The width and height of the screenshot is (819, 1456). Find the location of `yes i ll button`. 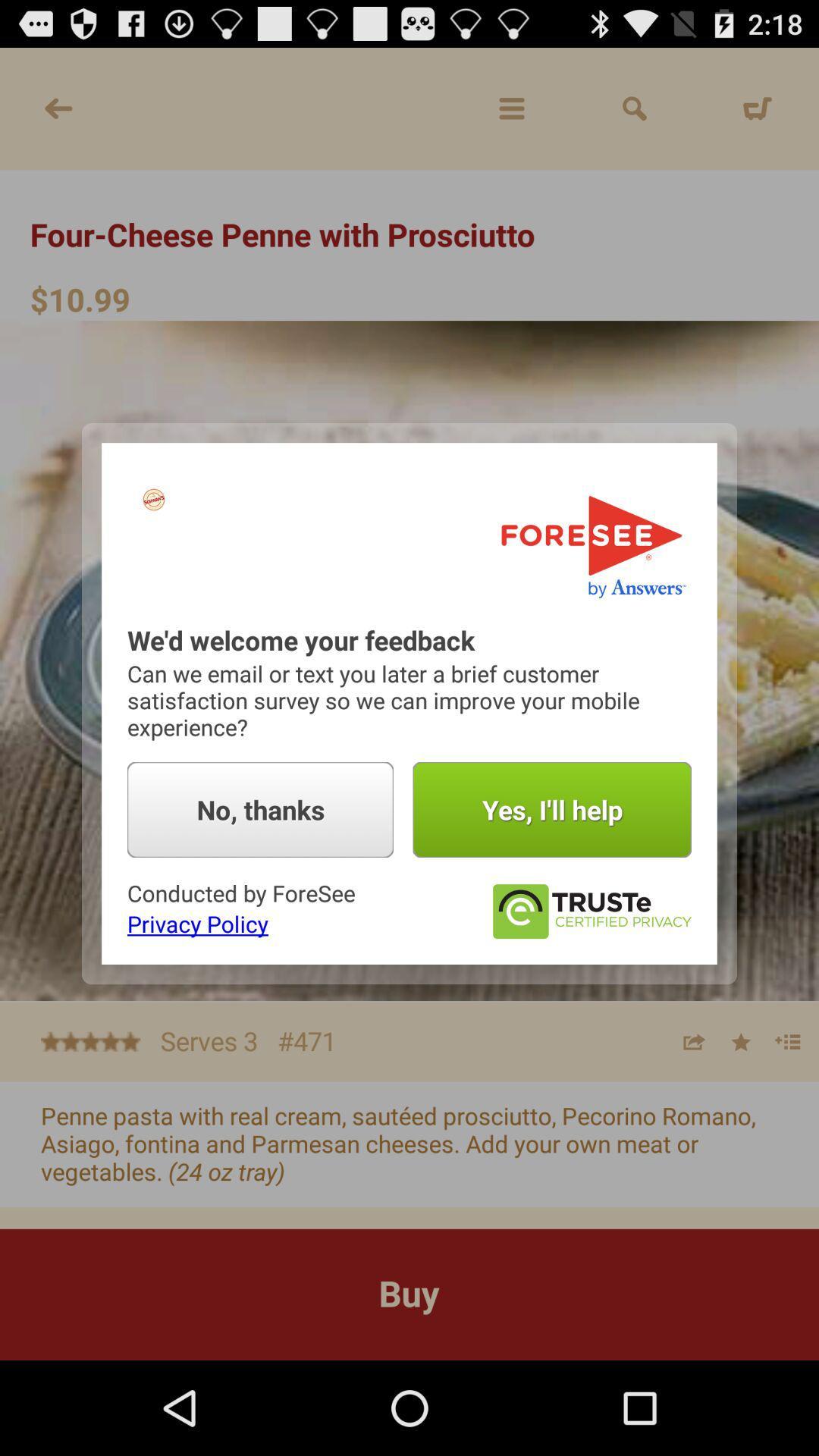

yes i ll button is located at coordinates (552, 809).